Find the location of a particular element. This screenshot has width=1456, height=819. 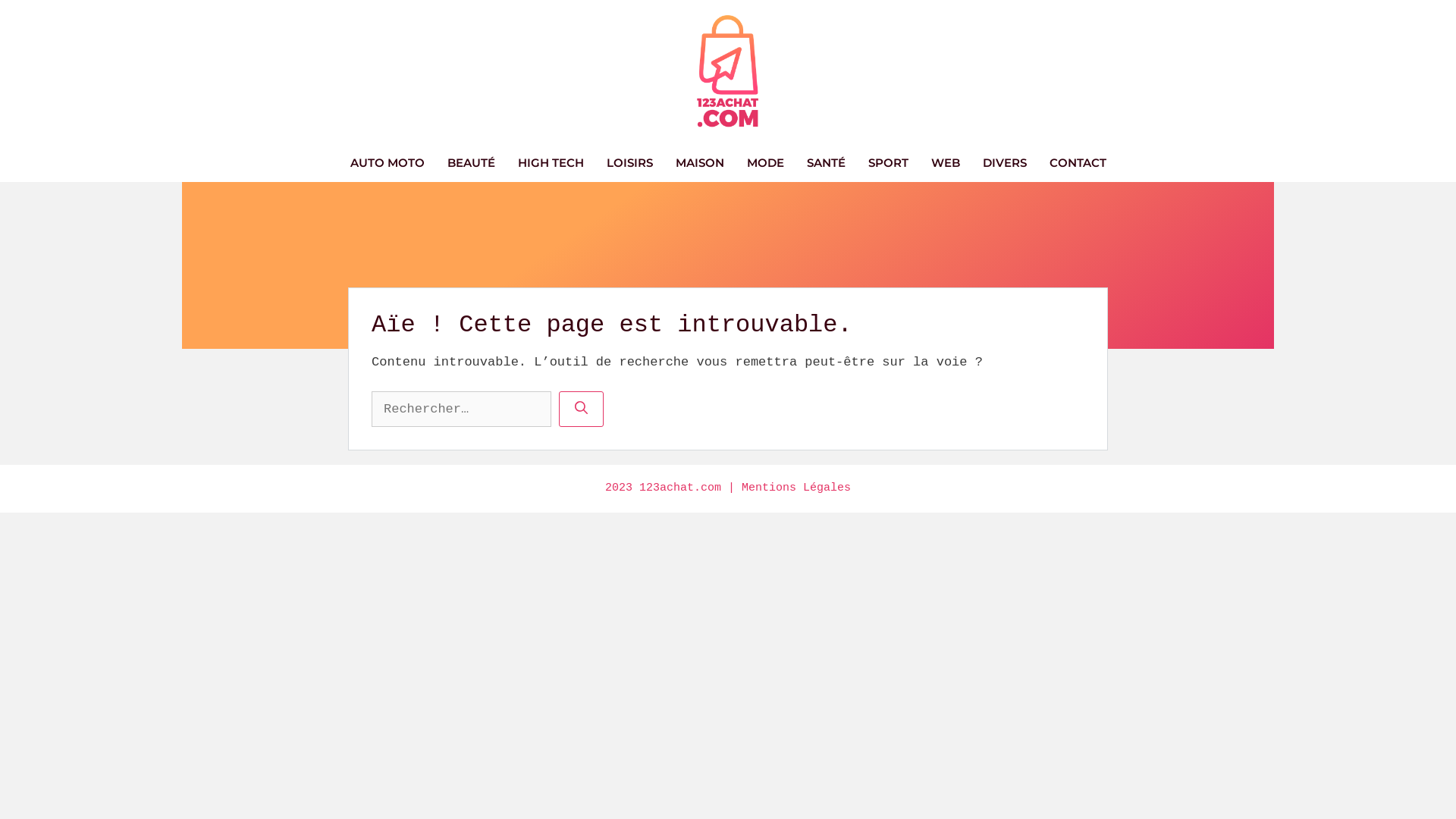

'SPORT' is located at coordinates (888, 163).